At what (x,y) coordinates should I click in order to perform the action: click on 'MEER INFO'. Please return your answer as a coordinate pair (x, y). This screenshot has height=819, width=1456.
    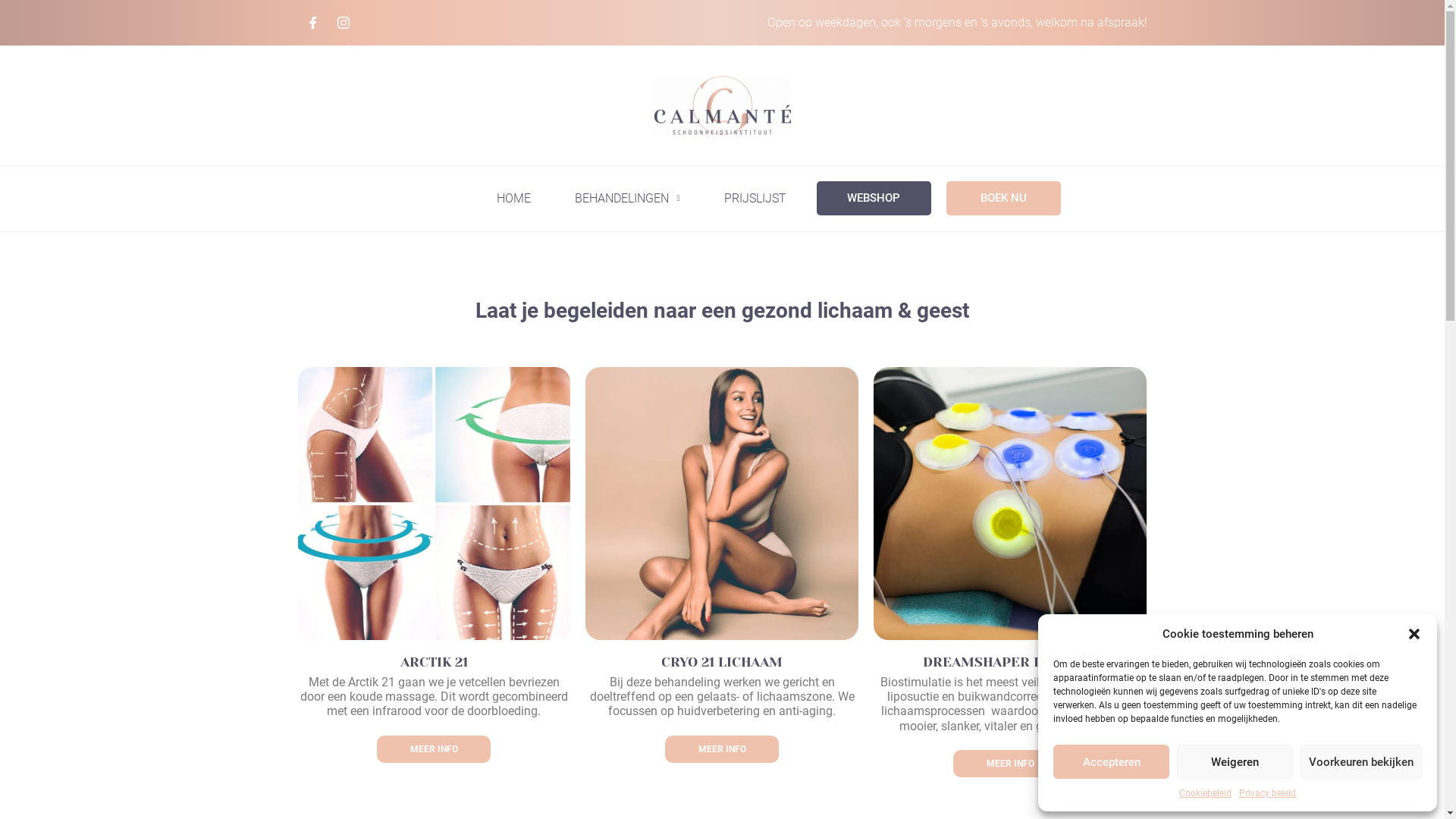
    Looking at the image, I should click on (1009, 763).